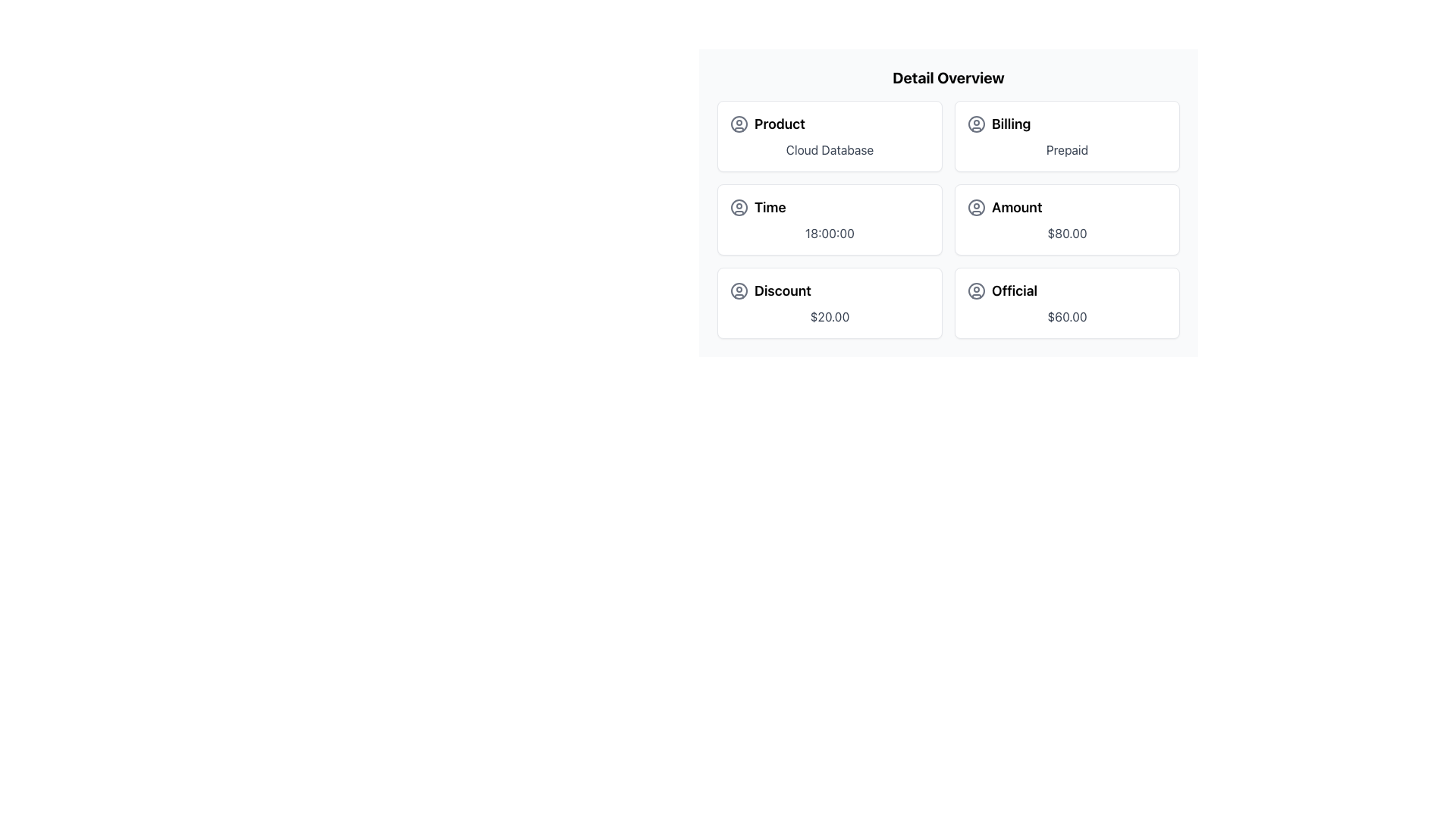 This screenshot has height=819, width=1456. I want to click on the 'Product' text label, which is styled in bold and slightly enlarged font, located in the first item of a grid layout, next to a user profile icon and above the 'Cloud Database' description, so click(780, 124).